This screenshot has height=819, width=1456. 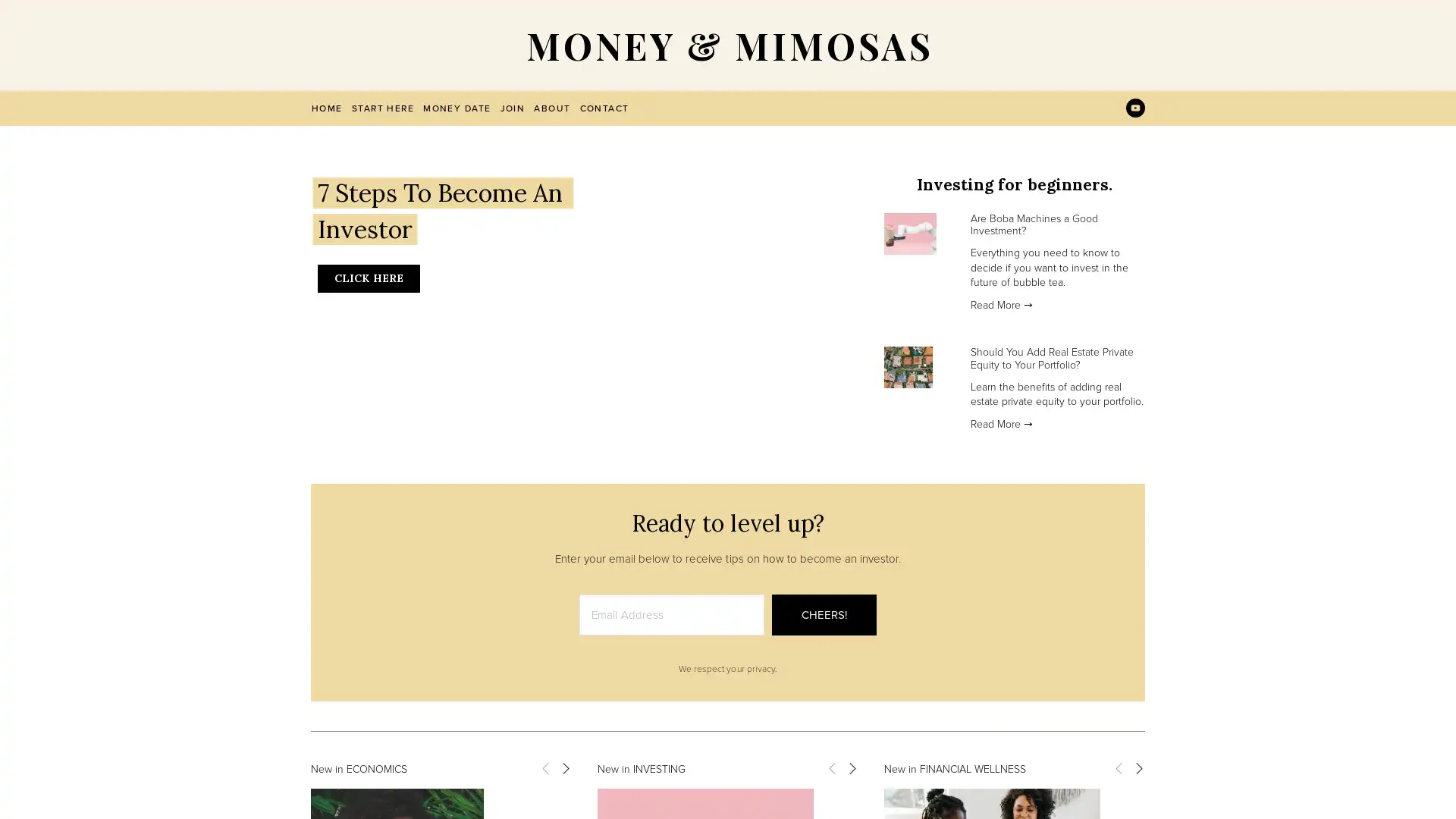 I want to click on Previous, so click(x=545, y=767).